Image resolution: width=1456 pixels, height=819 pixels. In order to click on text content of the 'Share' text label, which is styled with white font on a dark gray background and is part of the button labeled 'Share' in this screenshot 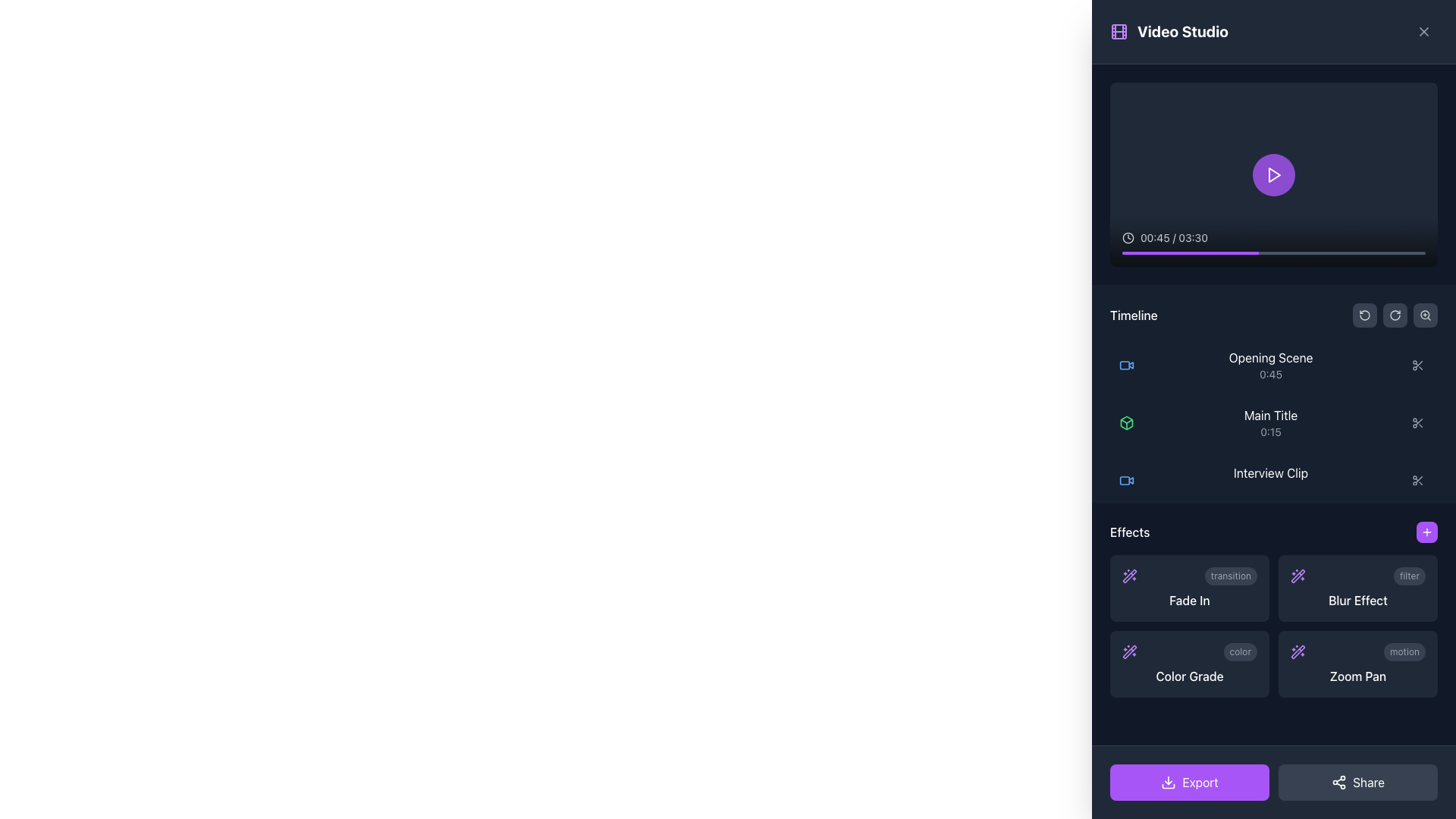, I will do `click(1368, 783)`.